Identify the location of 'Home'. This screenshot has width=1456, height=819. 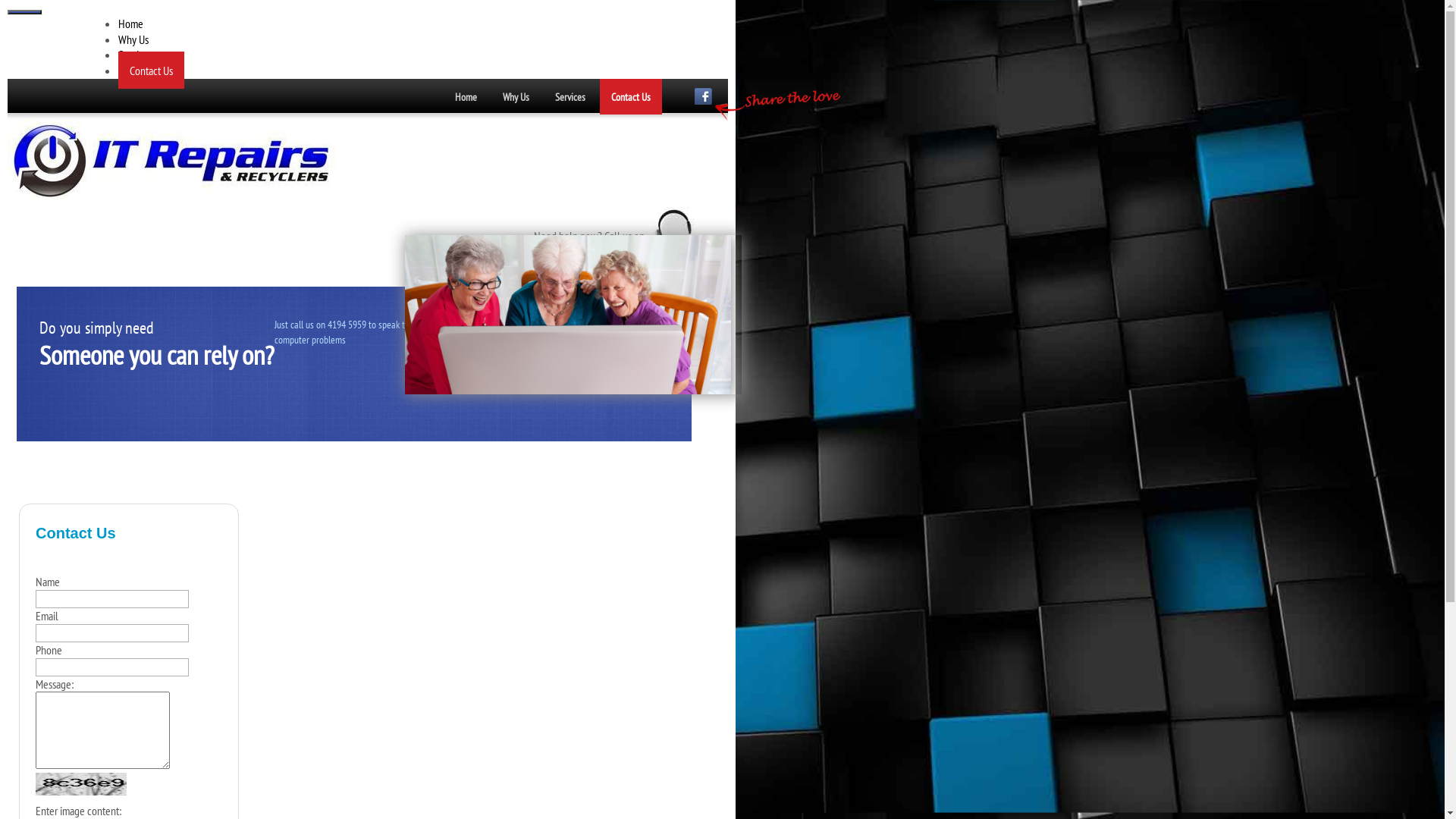
(465, 96).